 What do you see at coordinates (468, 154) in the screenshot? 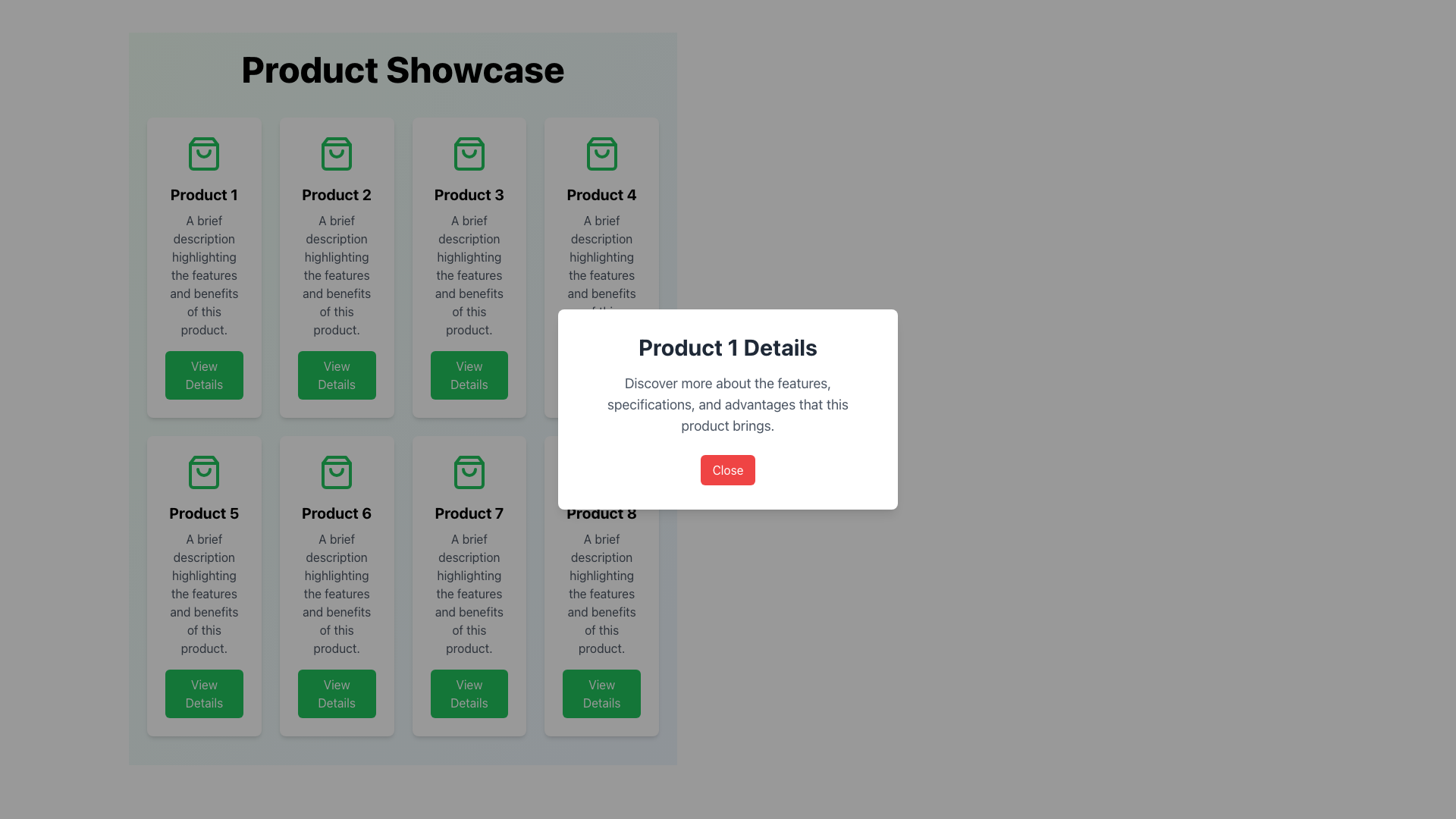
I see `the green shopping bag icon associated with 'Product 3', located in the first row, third column of the product tiles` at bounding box center [468, 154].